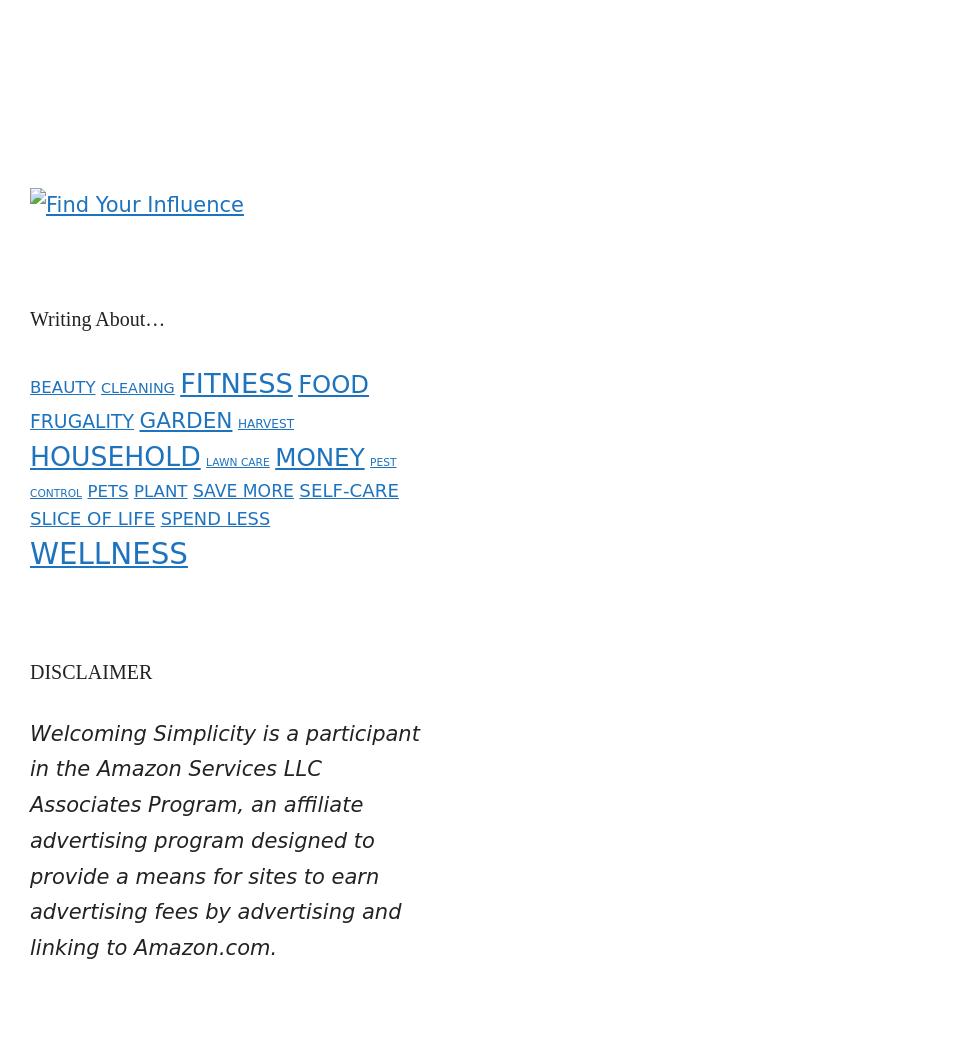  I want to click on 'GARDEN', so click(139, 406).